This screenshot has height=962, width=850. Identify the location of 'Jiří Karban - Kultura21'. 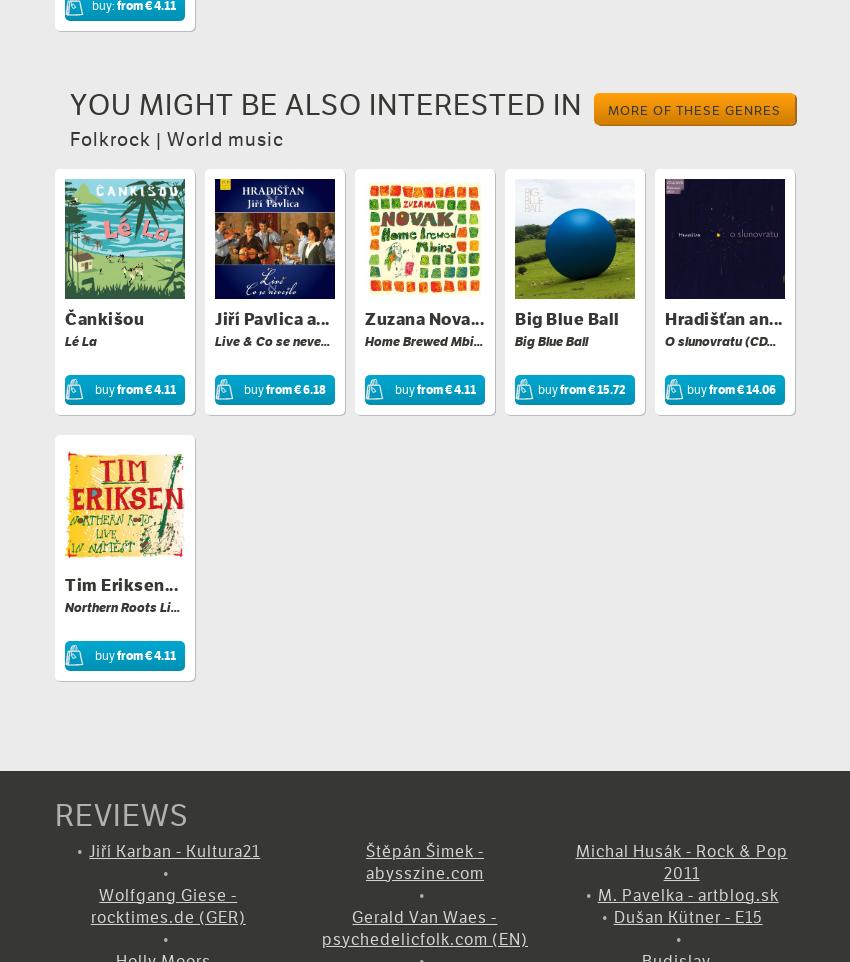
(173, 850).